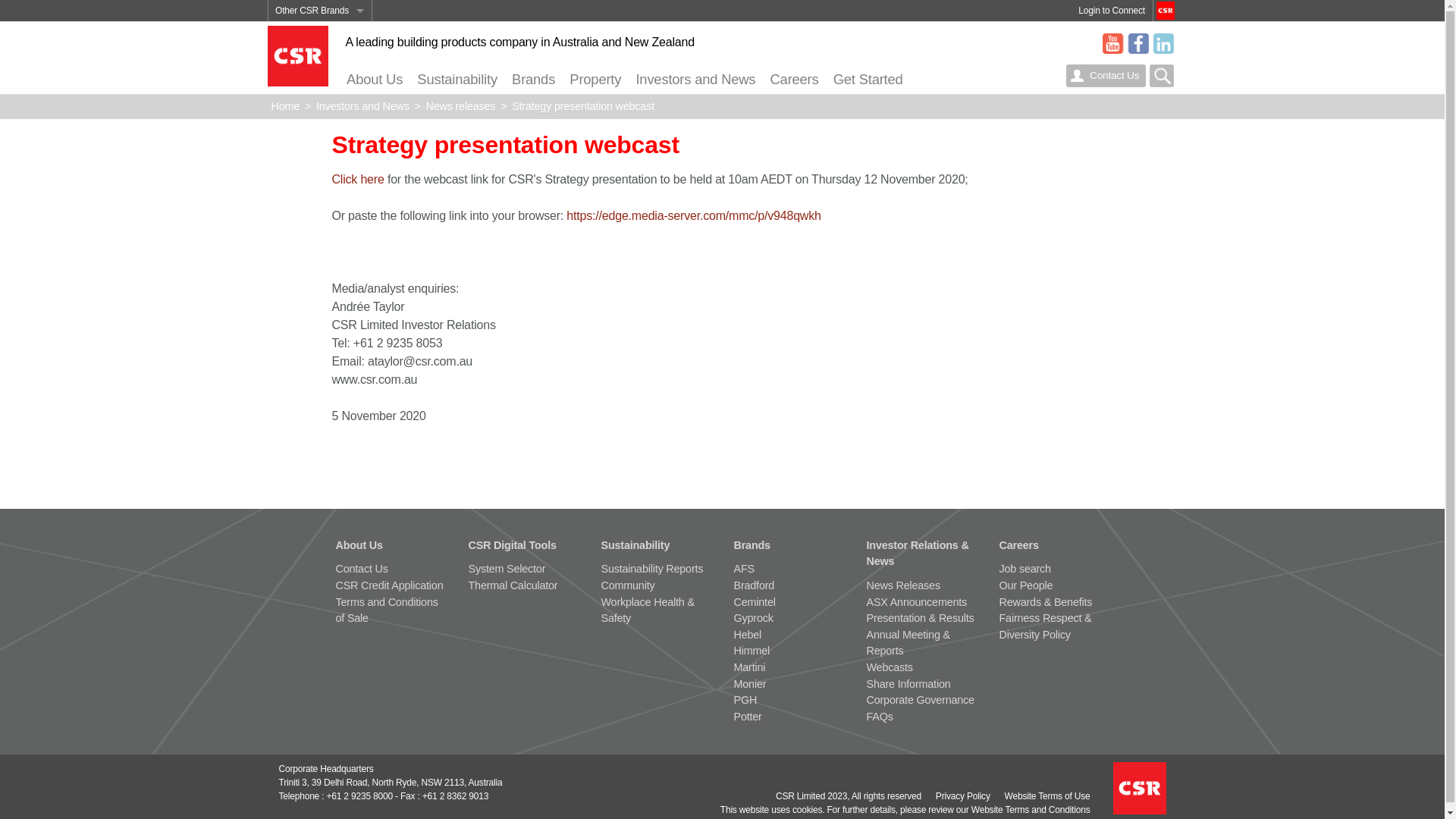 This screenshot has width=1456, height=819. What do you see at coordinates (902, 584) in the screenshot?
I see `'News Releases'` at bounding box center [902, 584].